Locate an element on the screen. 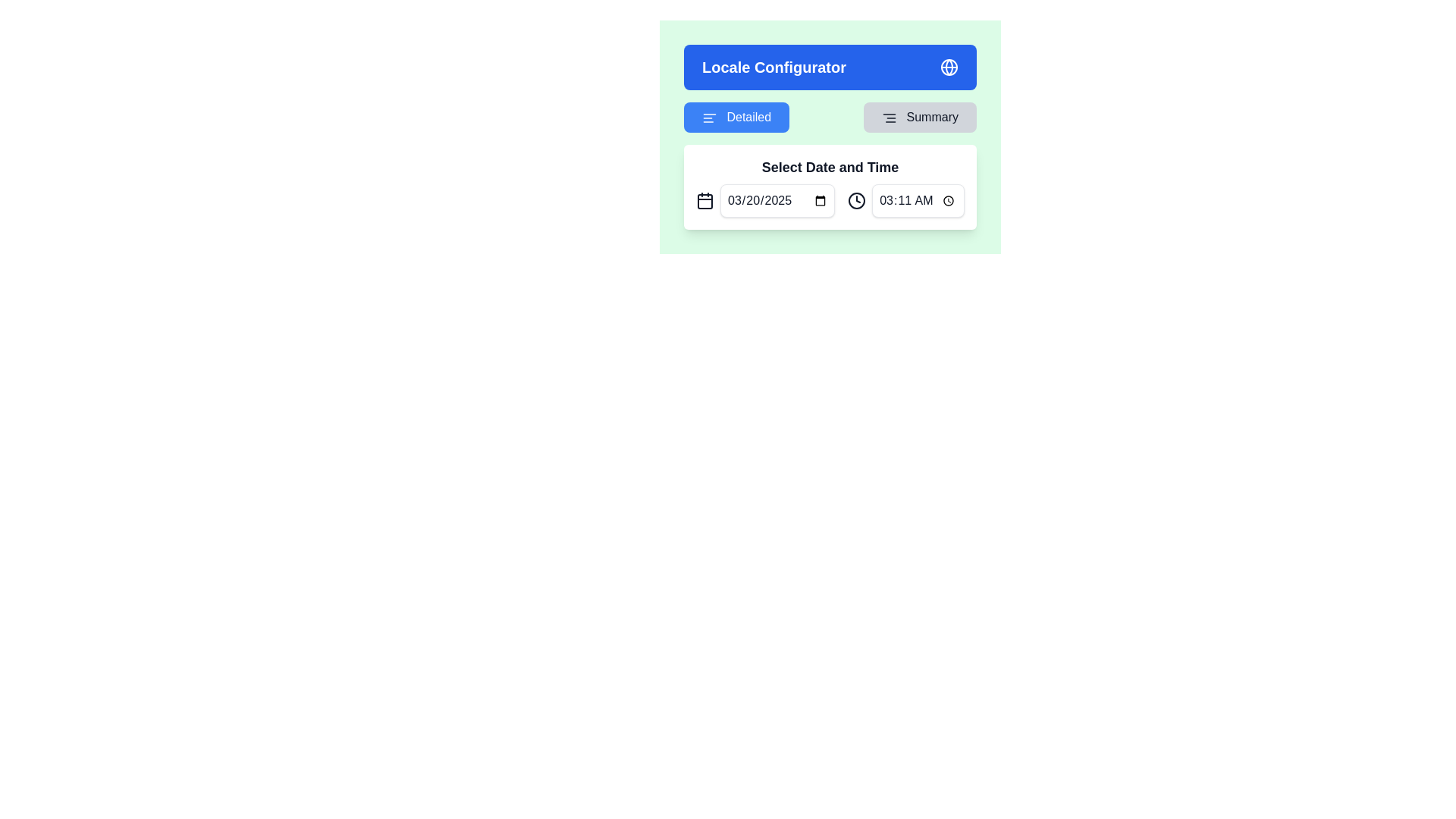 This screenshot has width=1456, height=819. the Time input field displaying '03:11' is located at coordinates (906, 200).